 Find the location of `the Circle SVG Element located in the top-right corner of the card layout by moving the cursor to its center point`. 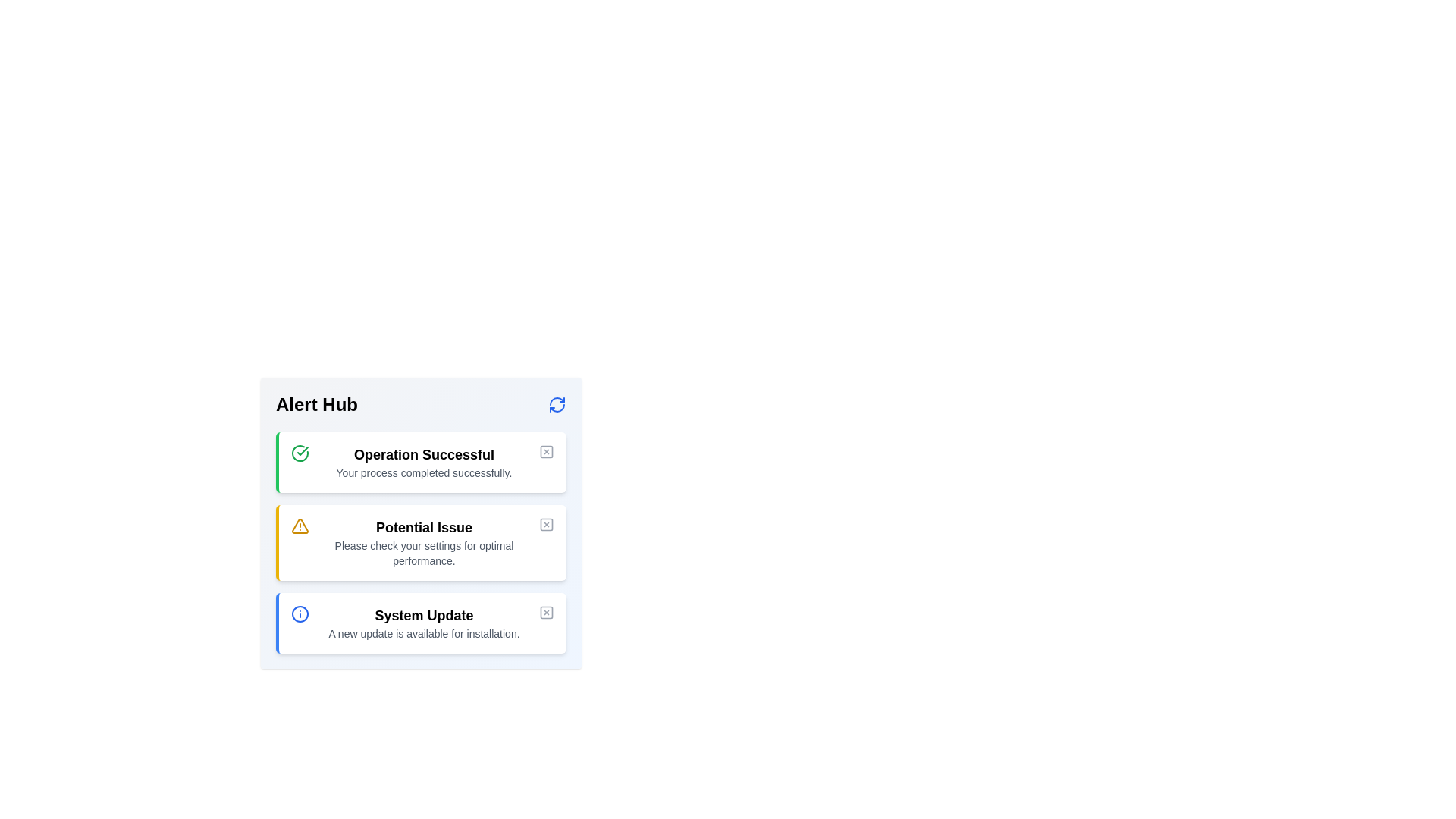

the Circle SVG Element located in the top-right corner of the card layout by moving the cursor to its center point is located at coordinates (300, 614).